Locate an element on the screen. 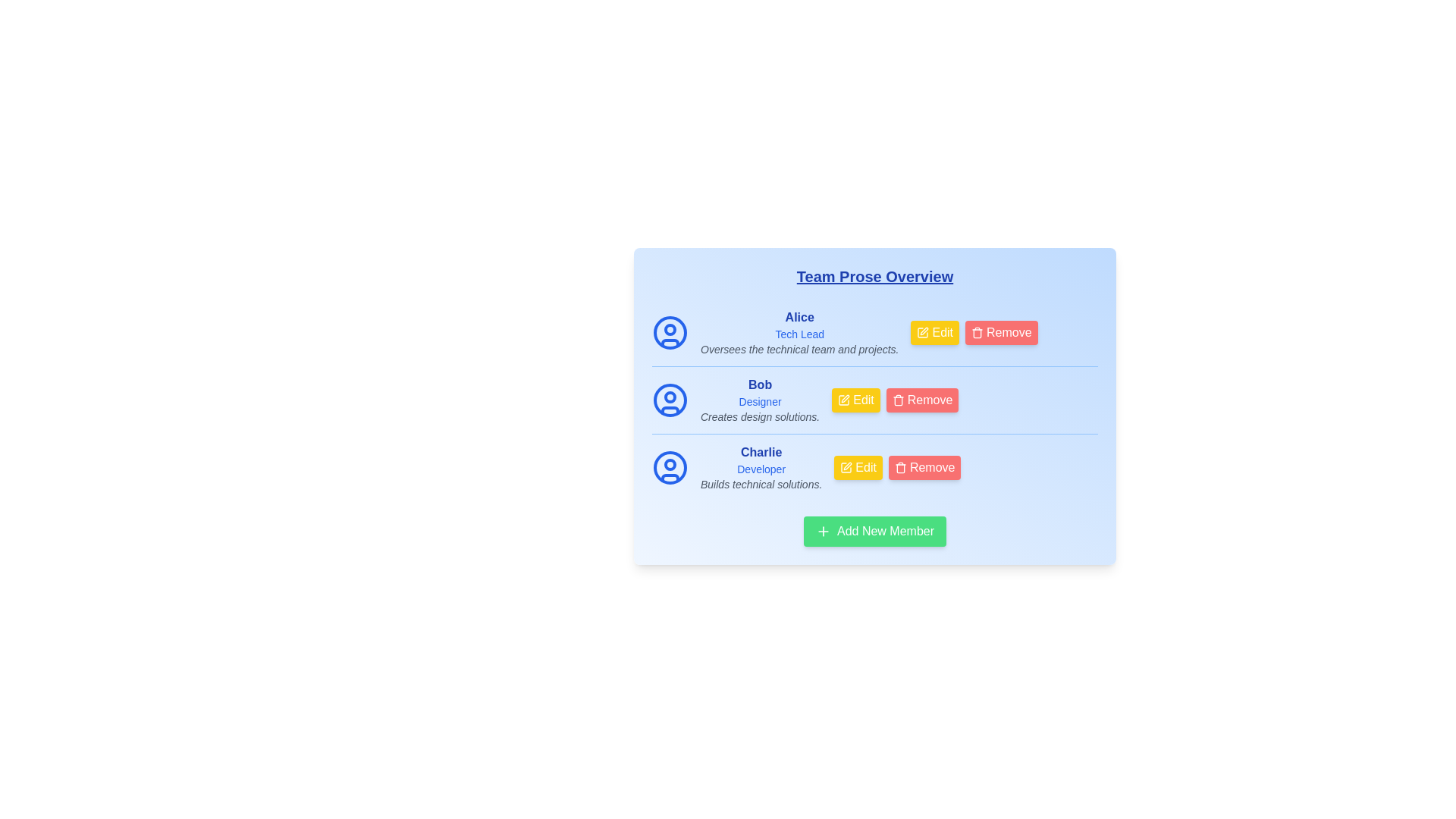 The width and height of the screenshot is (1456, 819). the yellow 'Edit' button with white text is located at coordinates (874, 414).